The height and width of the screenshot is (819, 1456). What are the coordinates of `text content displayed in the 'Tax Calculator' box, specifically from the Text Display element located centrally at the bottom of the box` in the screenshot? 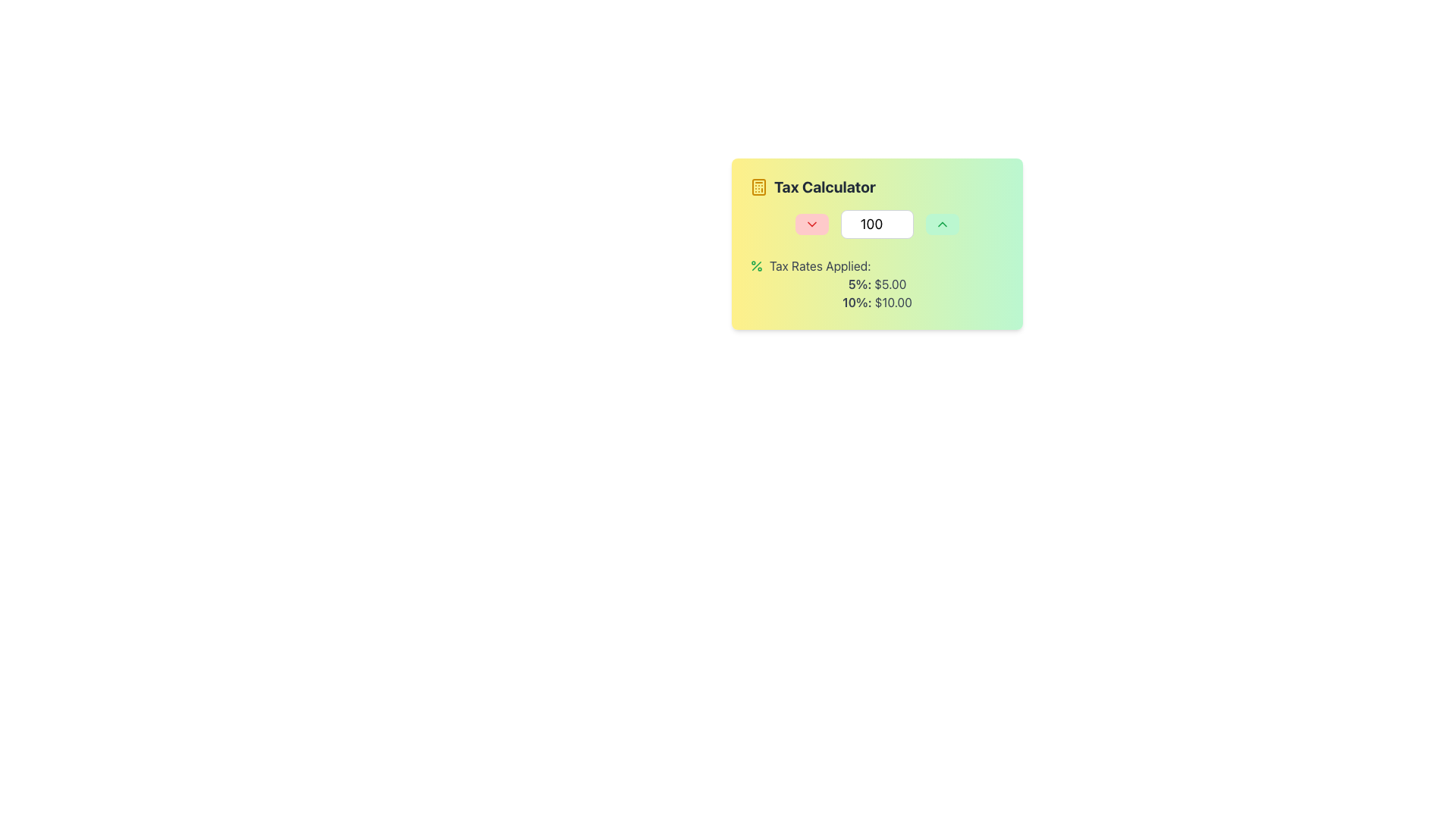 It's located at (877, 284).